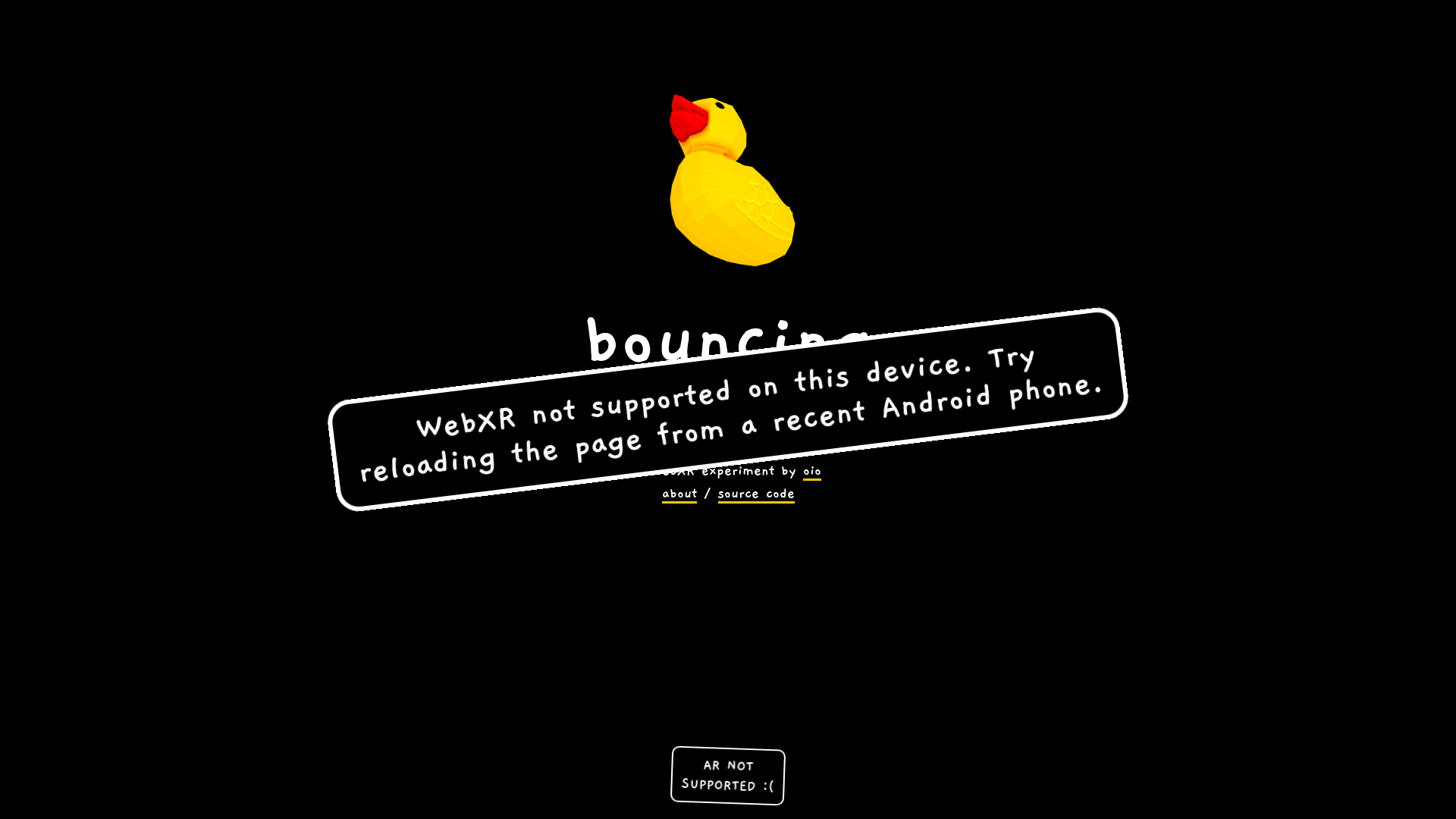 The height and width of the screenshot is (819, 1456). I want to click on 'oio', so click(811, 470).